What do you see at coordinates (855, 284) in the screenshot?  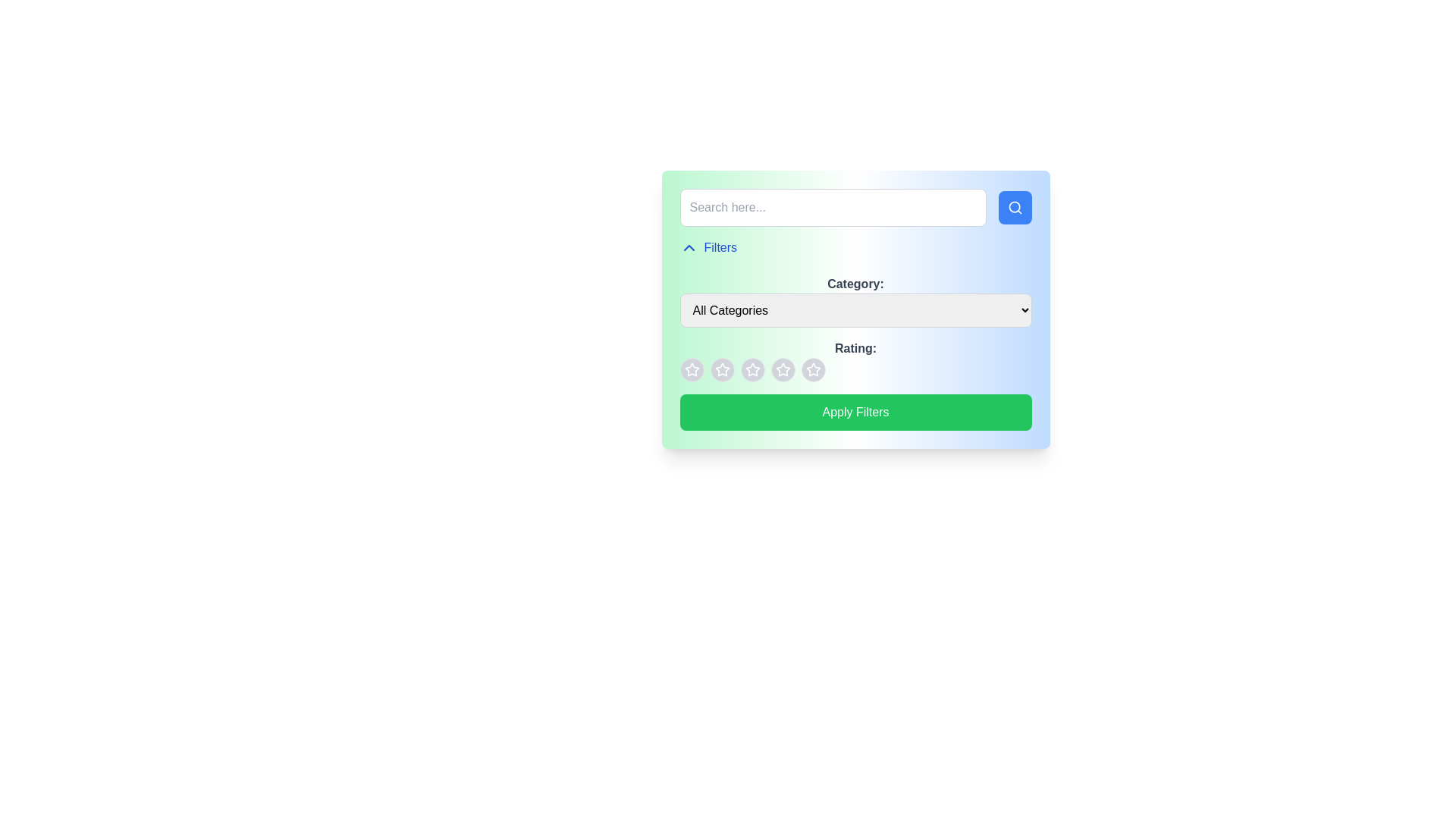 I see `the Text label indicating the dropdown menu for category selection, positioned above the 'All Categories' dropdown` at bounding box center [855, 284].